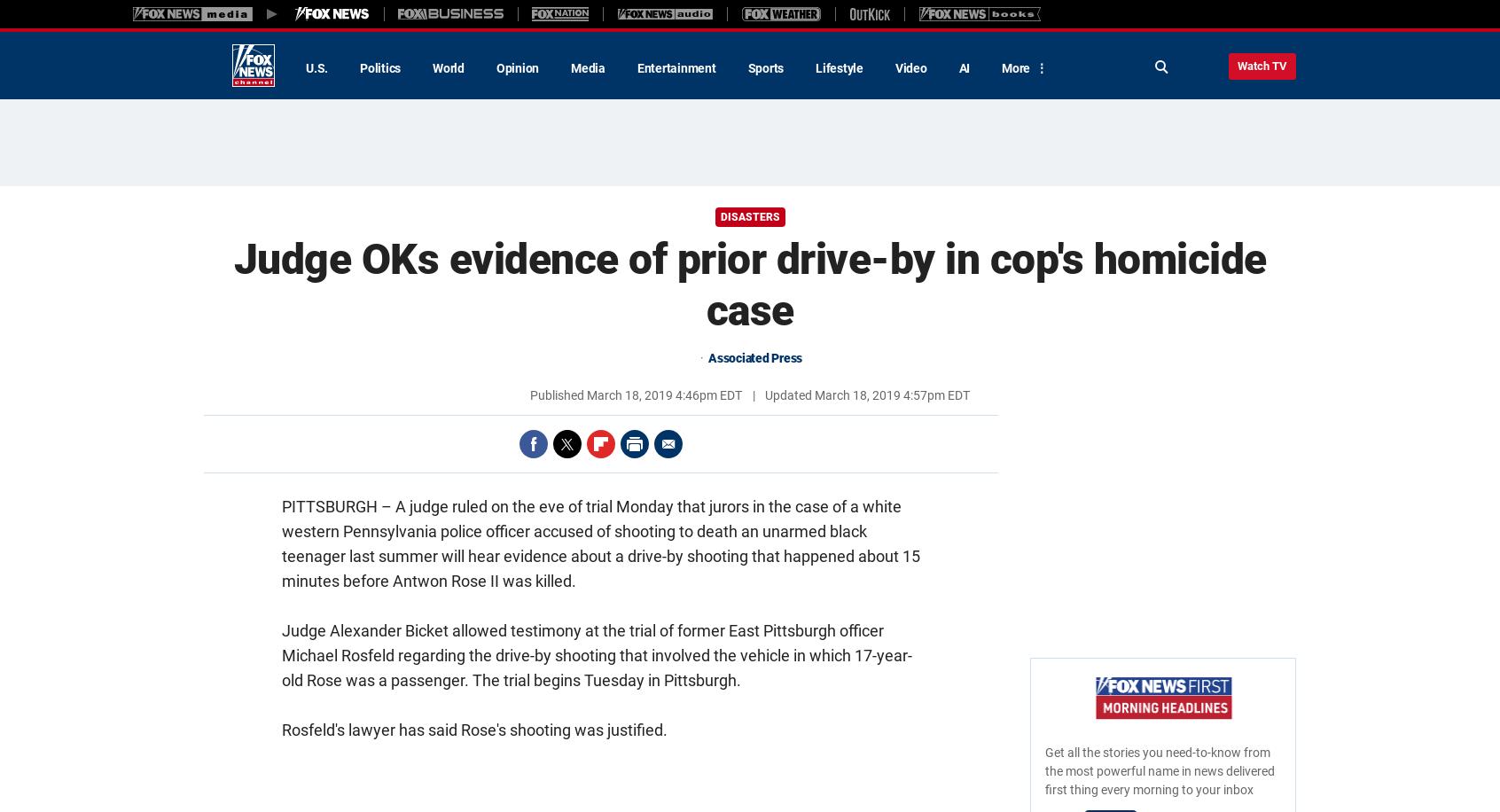 This screenshot has width=1500, height=812. I want to click on 'March 18, 2019 4:57pm EDT', so click(891, 394).